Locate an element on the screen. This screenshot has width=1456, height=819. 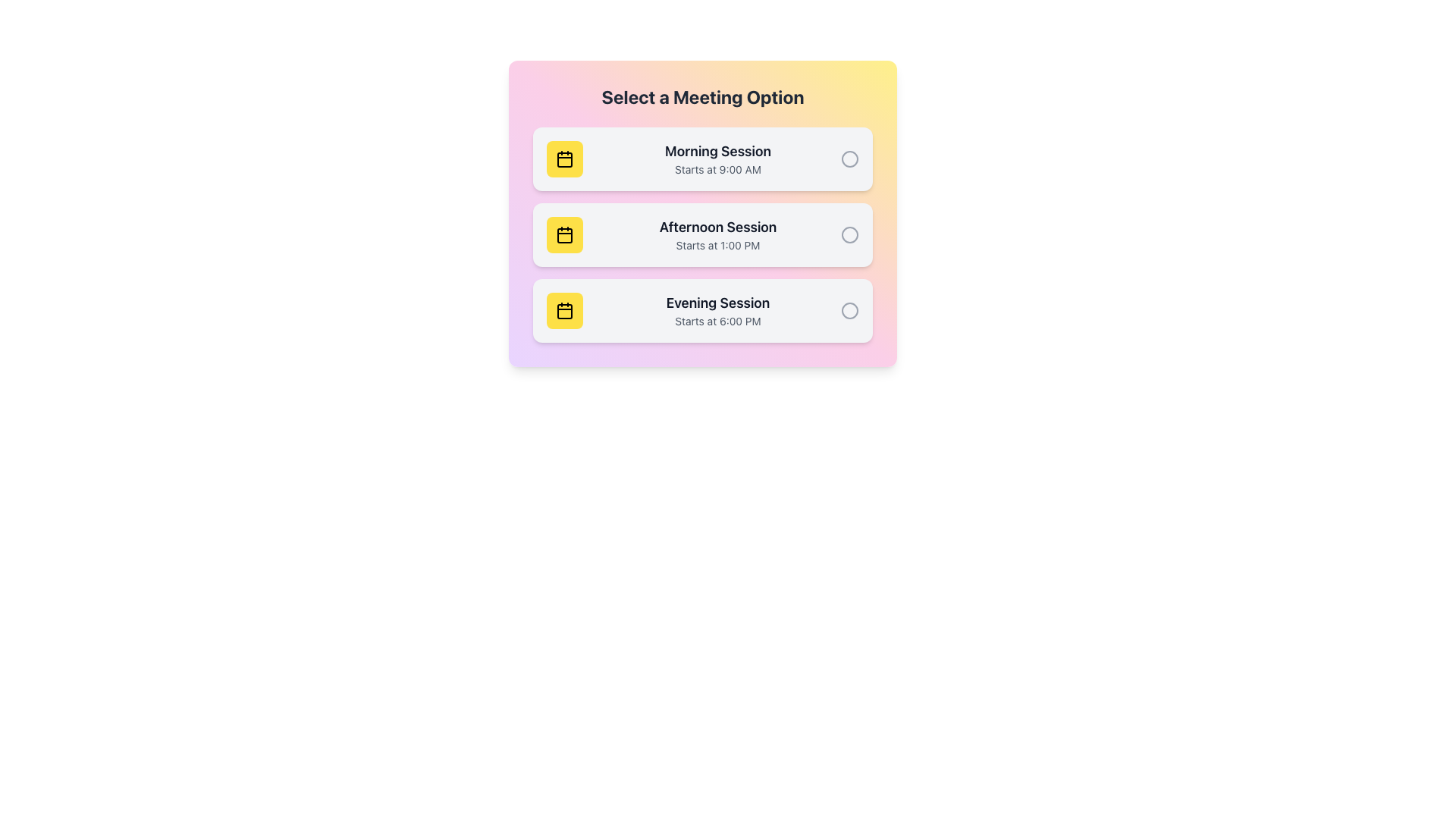
the interactive card labeled 'Evening Session' which features a radio button, a calendar icon in a yellow square, and displays the title and subtitle text is located at coordinates (701, 309).